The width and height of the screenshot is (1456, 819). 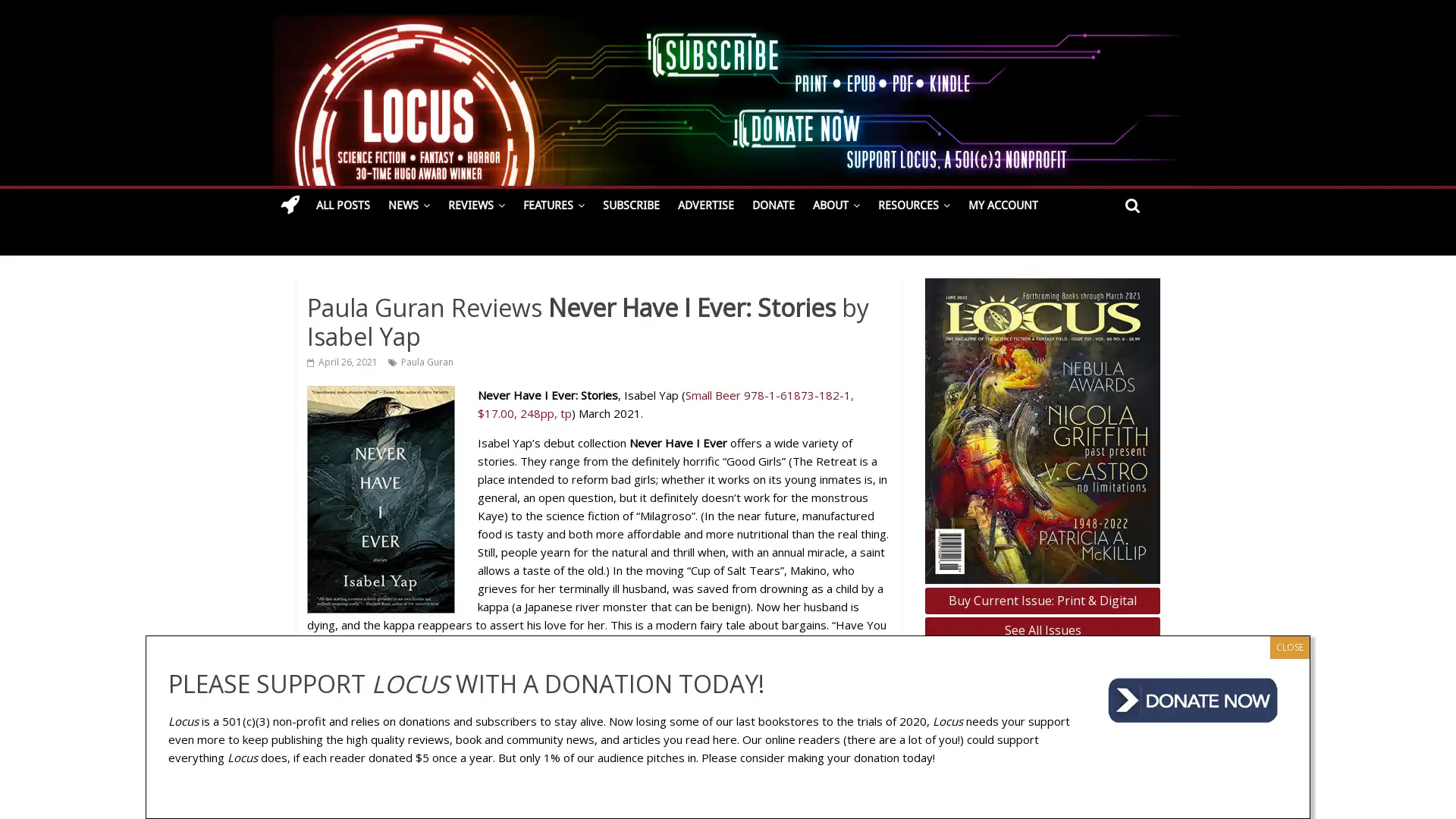 What do you see at coordinates (1041, 599) in the screenshot?
I see `Buy Current Issue: Print & Digital` at bounding box center [1041, 599].